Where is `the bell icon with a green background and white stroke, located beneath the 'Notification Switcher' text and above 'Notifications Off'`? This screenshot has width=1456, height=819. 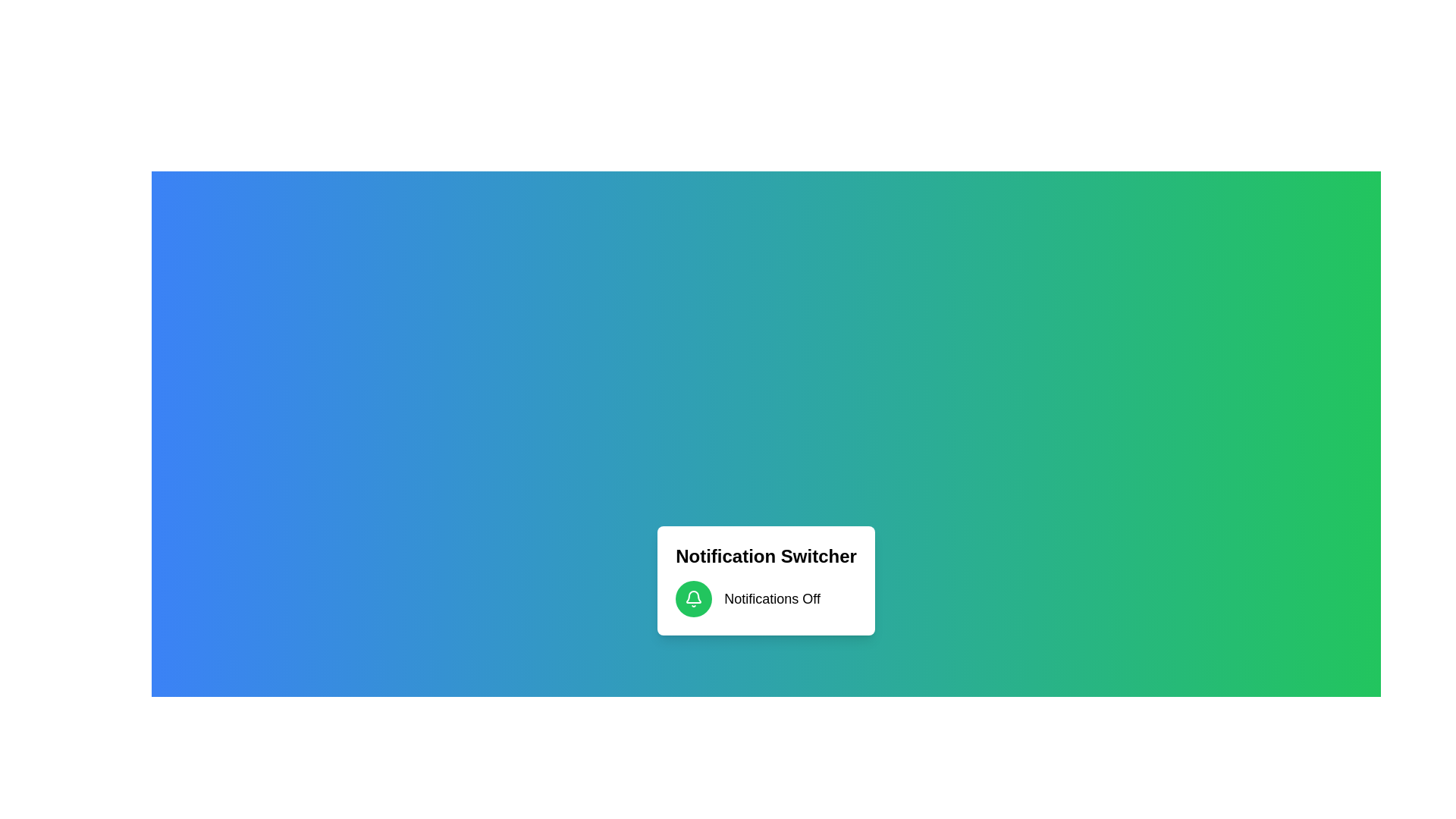
the bell icon with a green background and white stroke, located beneath the 'Notification Switcher' text and above 'Notifications Off' is located at coordinates (693, 598).